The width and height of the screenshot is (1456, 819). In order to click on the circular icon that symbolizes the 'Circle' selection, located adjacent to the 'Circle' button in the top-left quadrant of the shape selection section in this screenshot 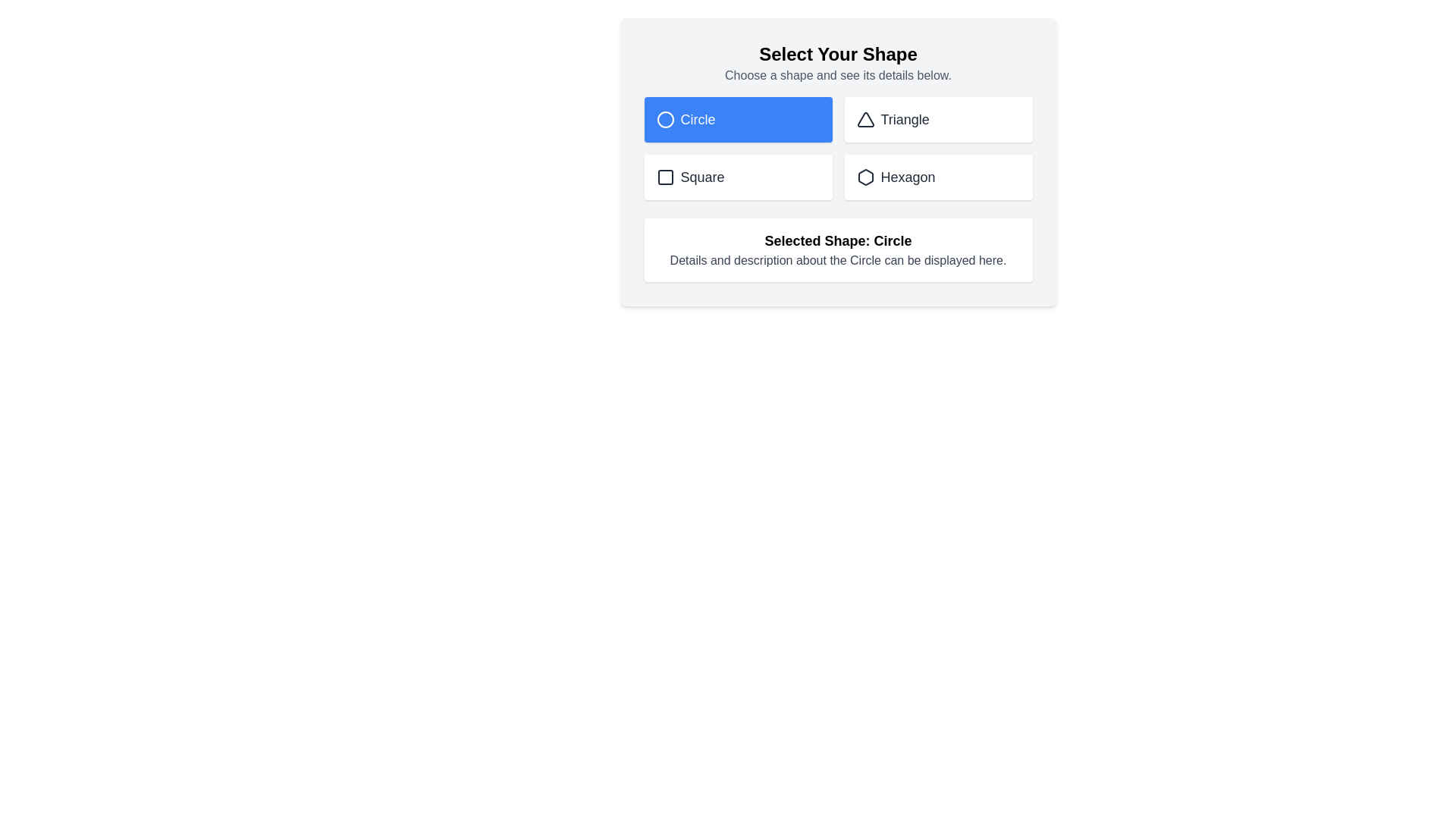, I will do `click(665, 119)`.